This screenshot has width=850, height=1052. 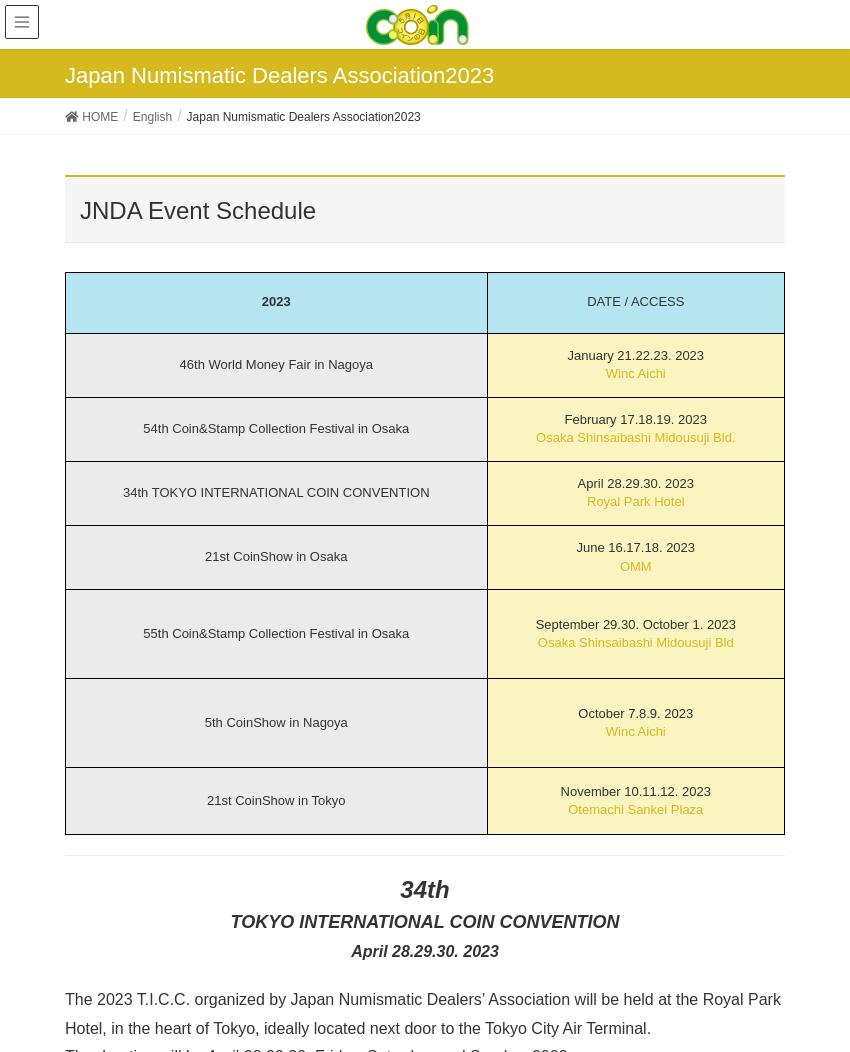 What do you see at coordinates (587, 301) in the screenshot?
I see `'DATE / ACCESS'` at bounding box center [587, 301].